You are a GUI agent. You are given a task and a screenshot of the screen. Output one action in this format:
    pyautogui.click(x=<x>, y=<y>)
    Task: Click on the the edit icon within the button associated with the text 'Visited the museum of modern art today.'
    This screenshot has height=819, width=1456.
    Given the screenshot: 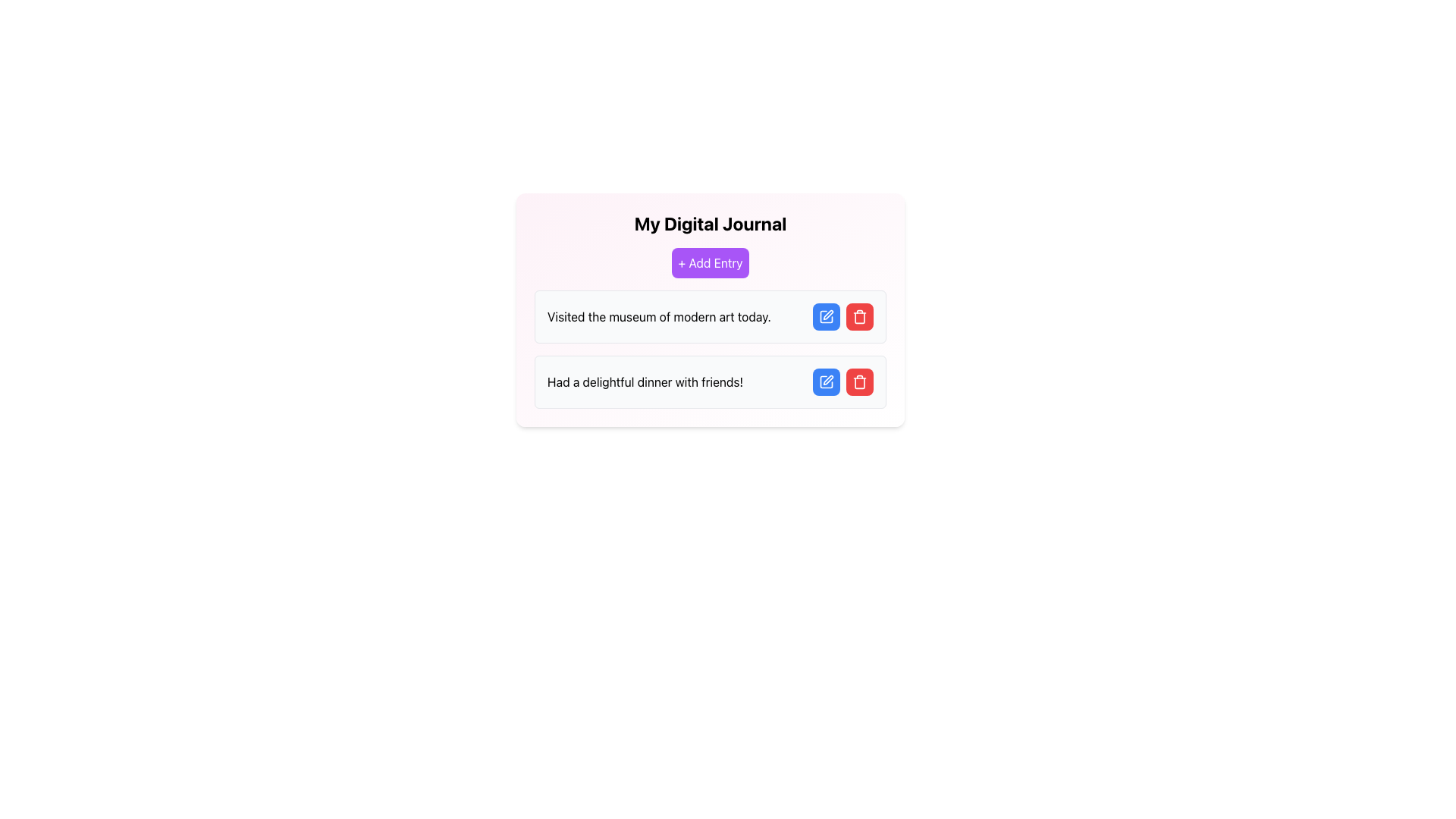 What is the action you would take?
    pyautogui.click(x=825, y=315)
    